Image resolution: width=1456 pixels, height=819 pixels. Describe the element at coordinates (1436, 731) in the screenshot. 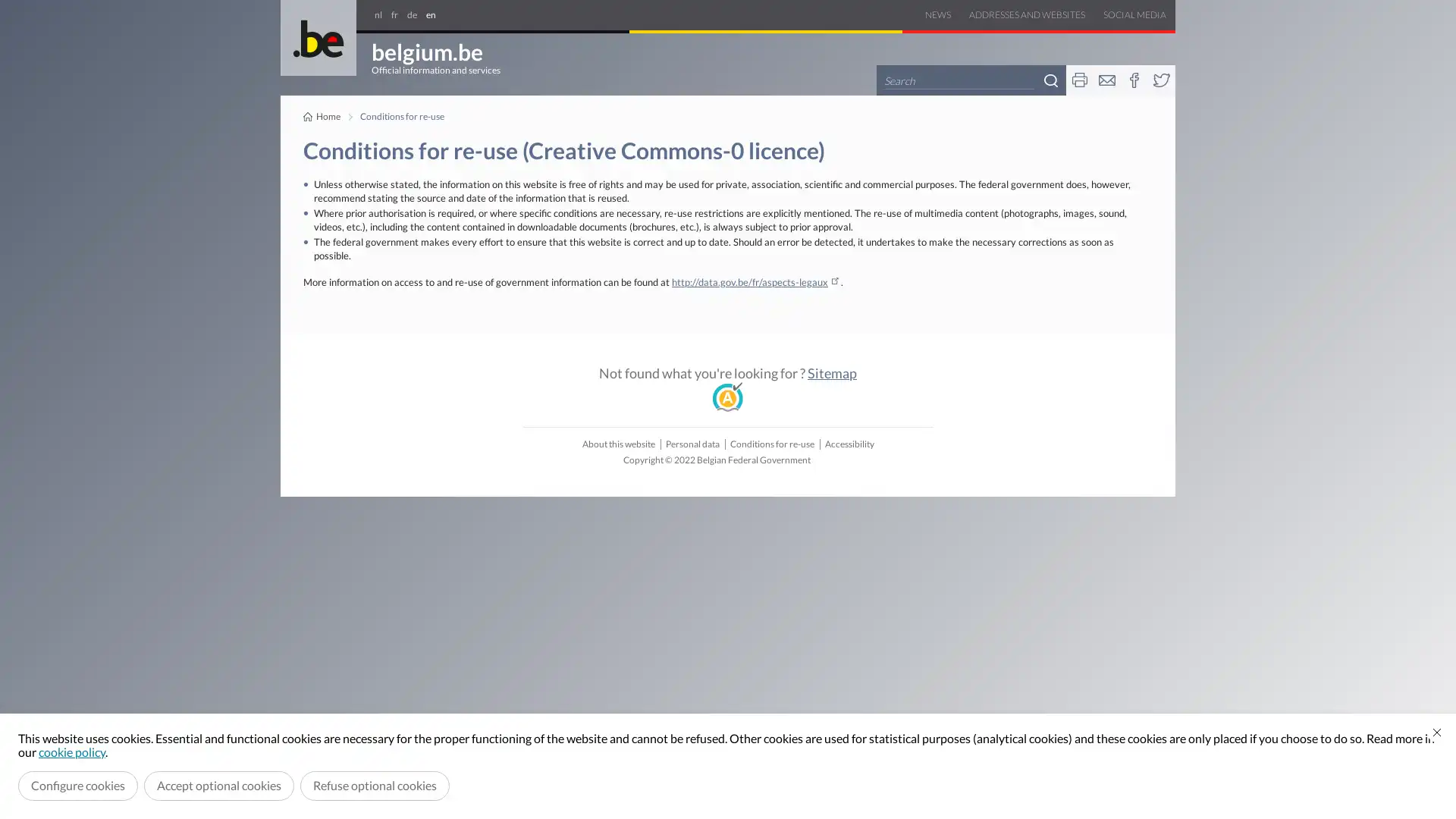

I see `Close` at that location.